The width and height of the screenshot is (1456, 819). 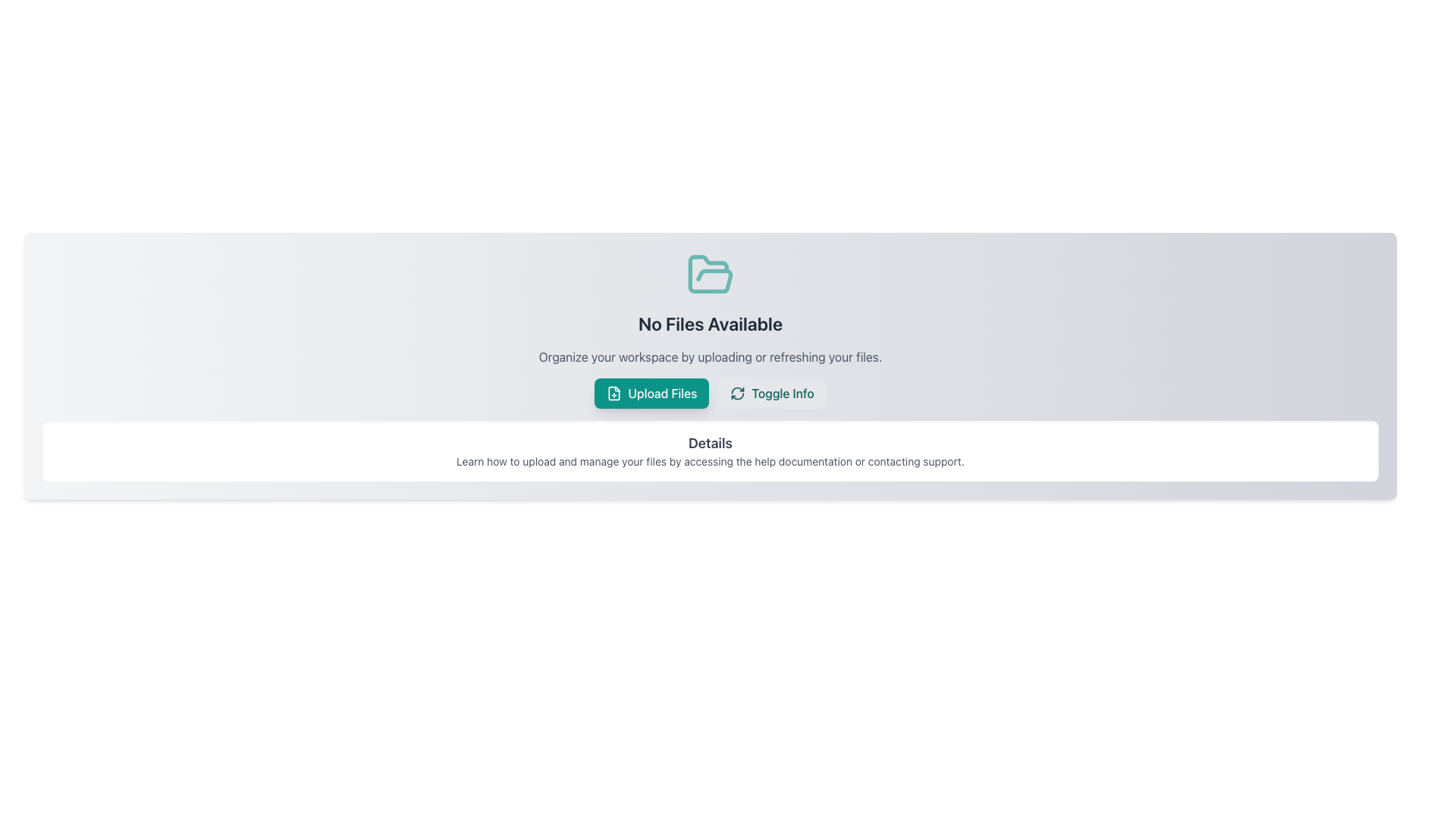 I want to click on the 'Upload Files' button, which is a teal green button in a horizontal row of buttons, to upload files, so click(x=709, y=393).